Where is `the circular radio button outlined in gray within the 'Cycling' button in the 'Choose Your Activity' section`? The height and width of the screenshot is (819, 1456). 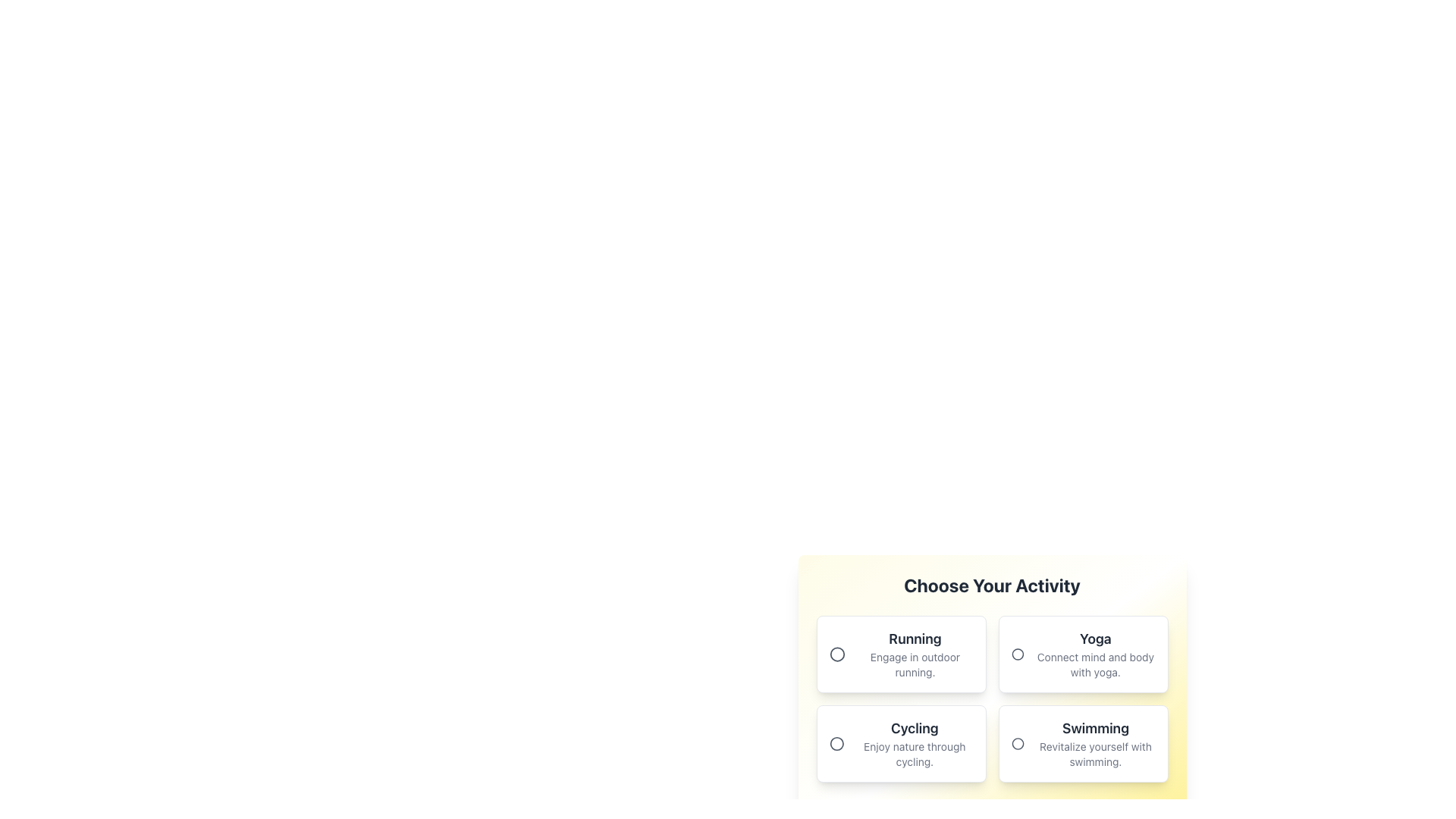
the circular radio button outlined in gray within the 'Cycling' button in the 'Choose Your Activity' section is located at coordinates (836, 742).